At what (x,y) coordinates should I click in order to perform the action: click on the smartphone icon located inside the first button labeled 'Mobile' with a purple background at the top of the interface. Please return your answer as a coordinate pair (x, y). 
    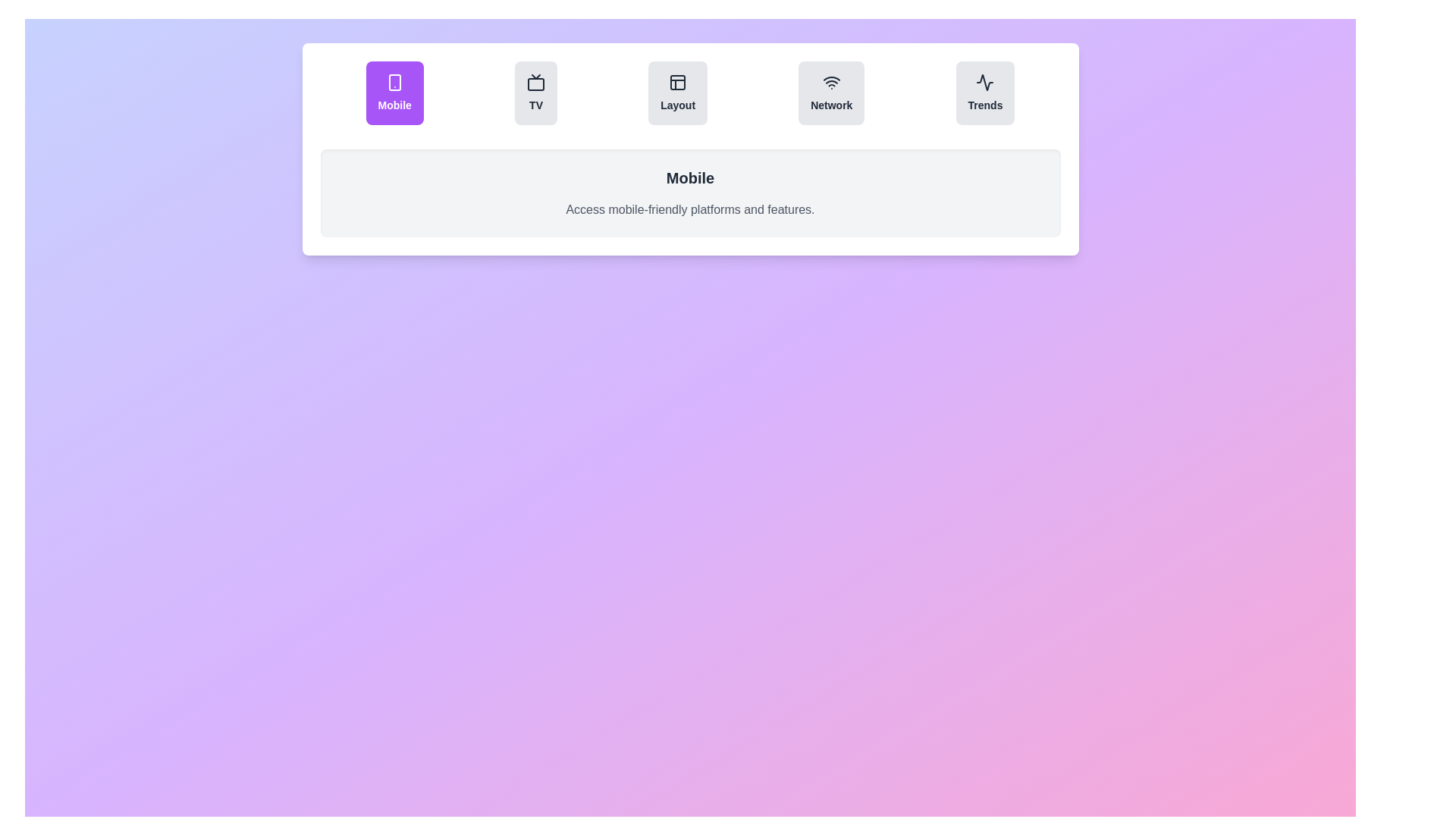
    Looking at the image, I should click on (394, 82).